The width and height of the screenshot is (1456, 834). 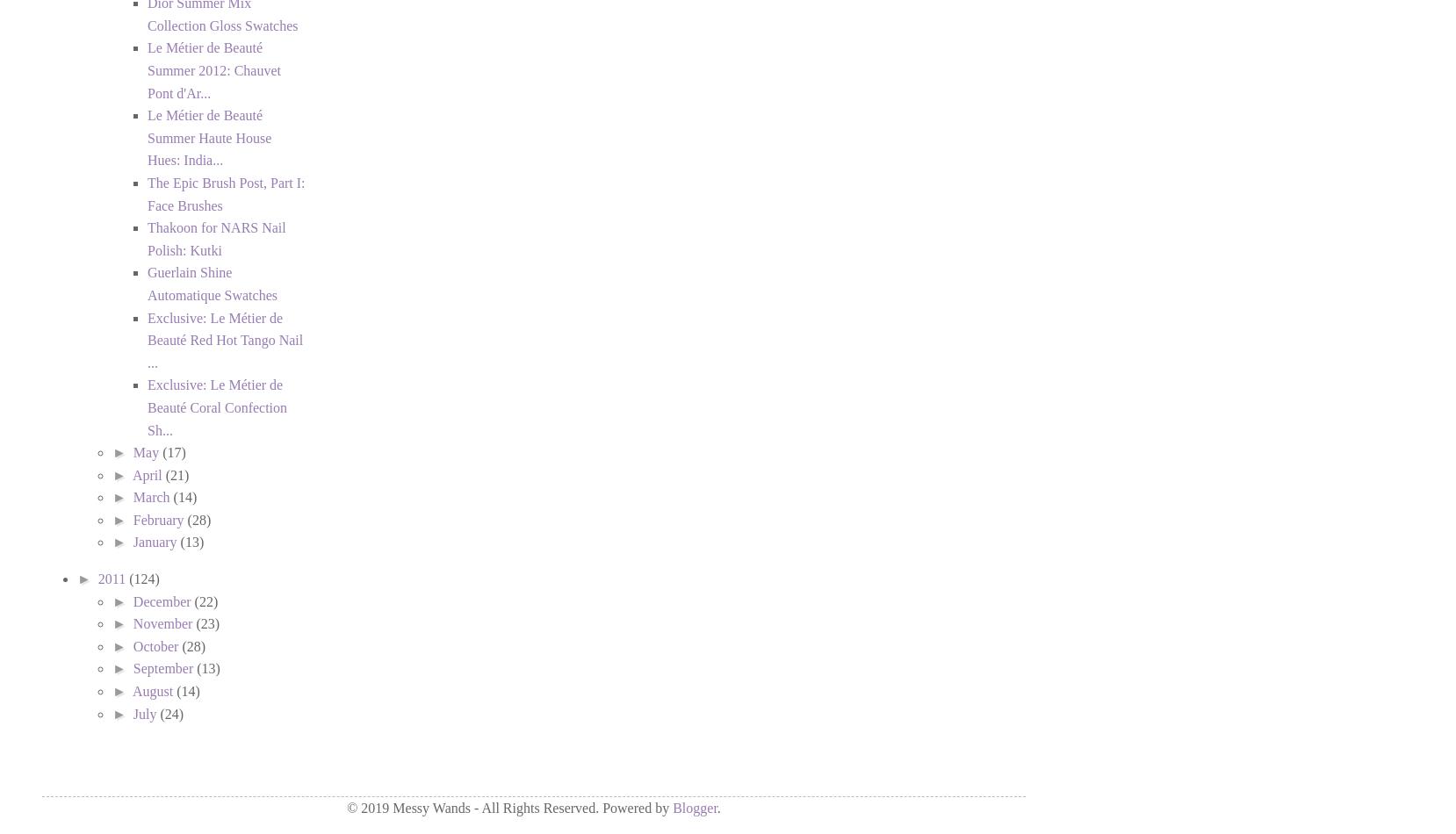 What do you see at coordinates (226, 193) in the screenshot?
I see `'The Epic Brush Post, Part I: Face Brushes'` at bounding box center [226, 193].